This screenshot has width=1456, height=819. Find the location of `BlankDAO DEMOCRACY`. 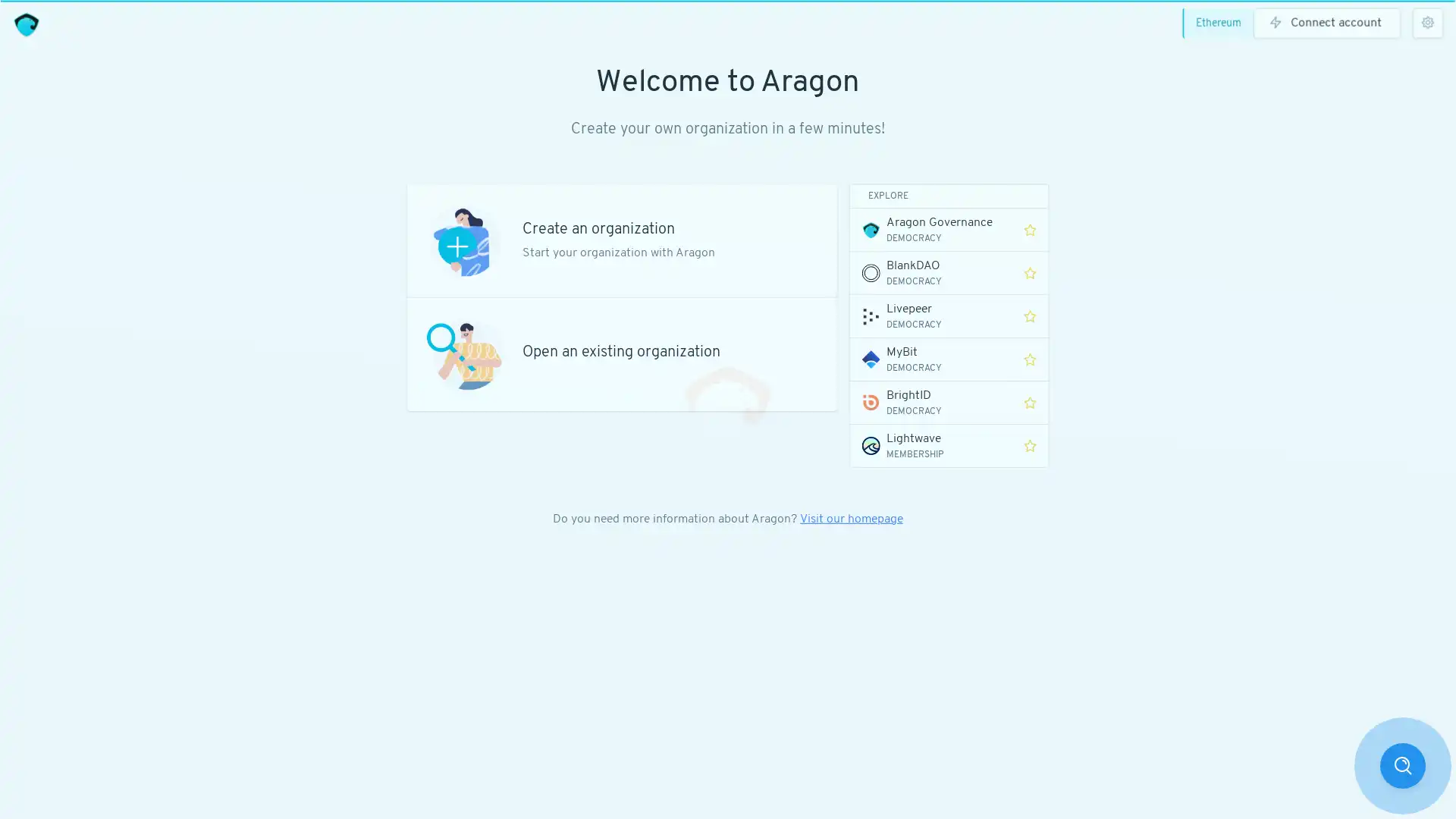

BlankDAO DEMOCRACY is located at coordinates (930, 271).